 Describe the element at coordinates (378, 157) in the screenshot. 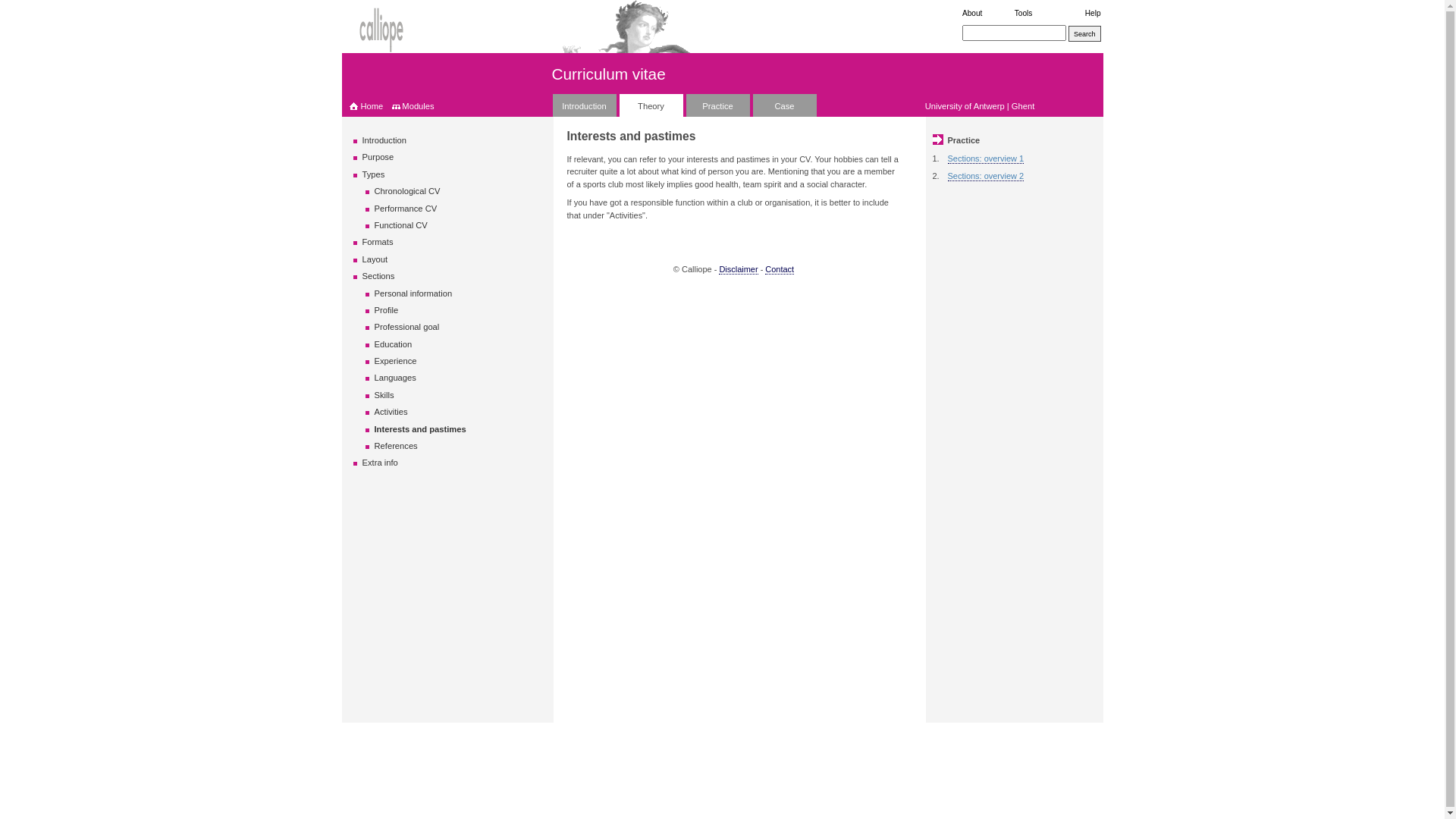

I see `'Purpose'` at that location.